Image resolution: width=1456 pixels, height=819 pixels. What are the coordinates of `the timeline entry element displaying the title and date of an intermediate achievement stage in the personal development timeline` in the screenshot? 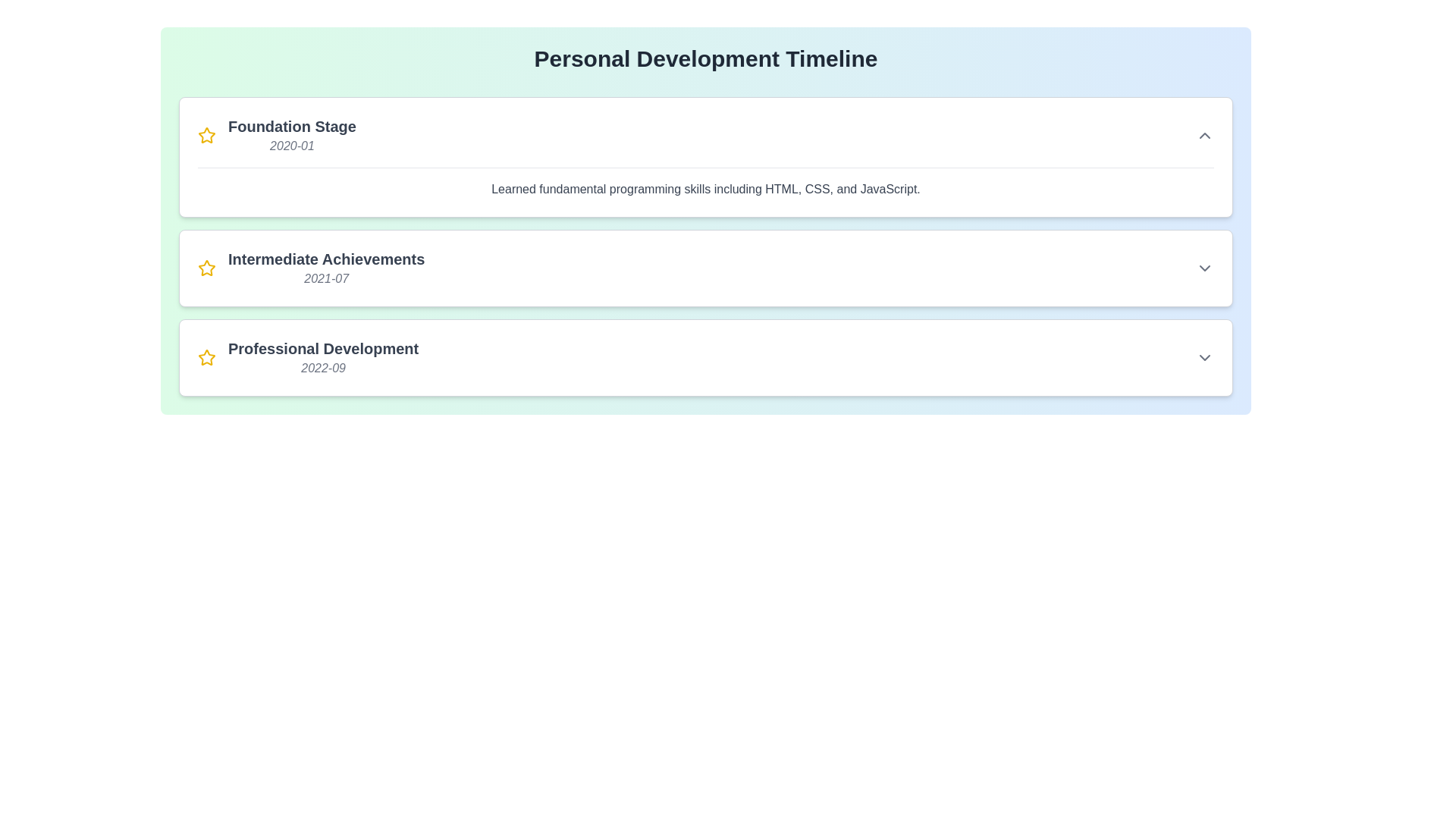 It's located at (325, 268).